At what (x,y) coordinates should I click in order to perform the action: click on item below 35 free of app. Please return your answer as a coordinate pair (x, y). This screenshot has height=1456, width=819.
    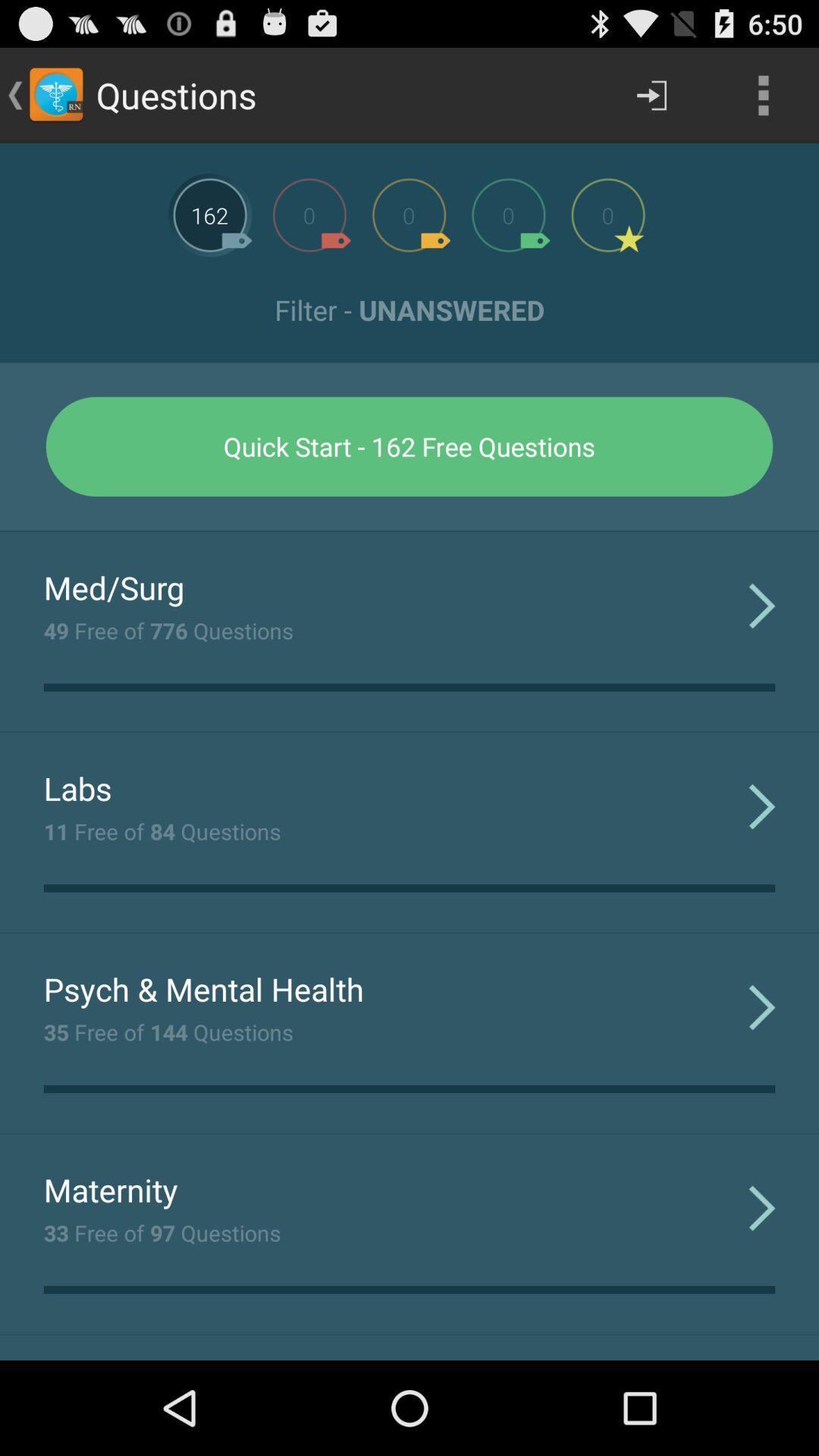
    Looking at the image, I should click on (110, 1189).